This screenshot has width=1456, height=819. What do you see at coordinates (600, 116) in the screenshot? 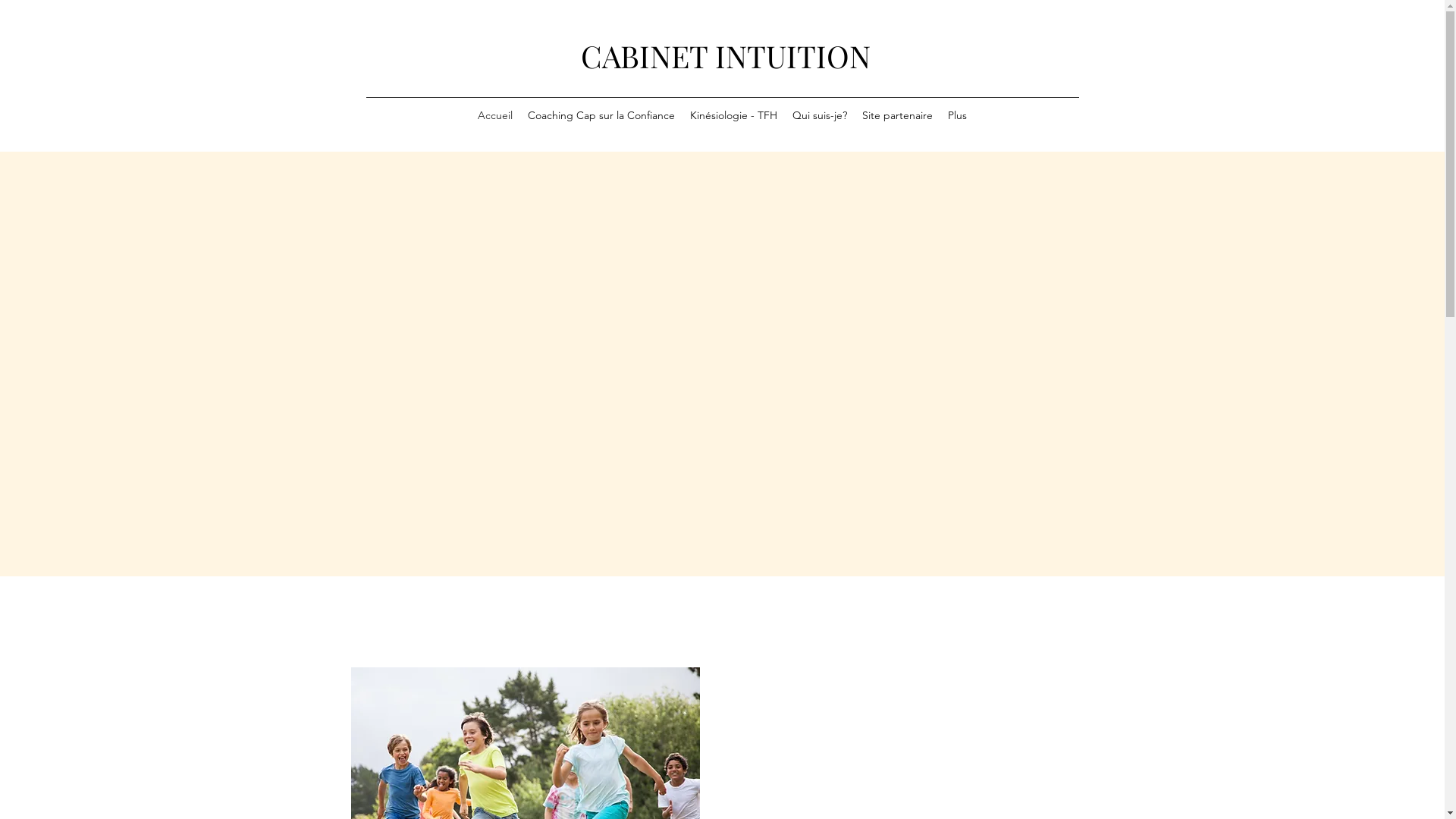
I see `'Coaching Cap sur la Confiance'` at bounding box center [600, 116].